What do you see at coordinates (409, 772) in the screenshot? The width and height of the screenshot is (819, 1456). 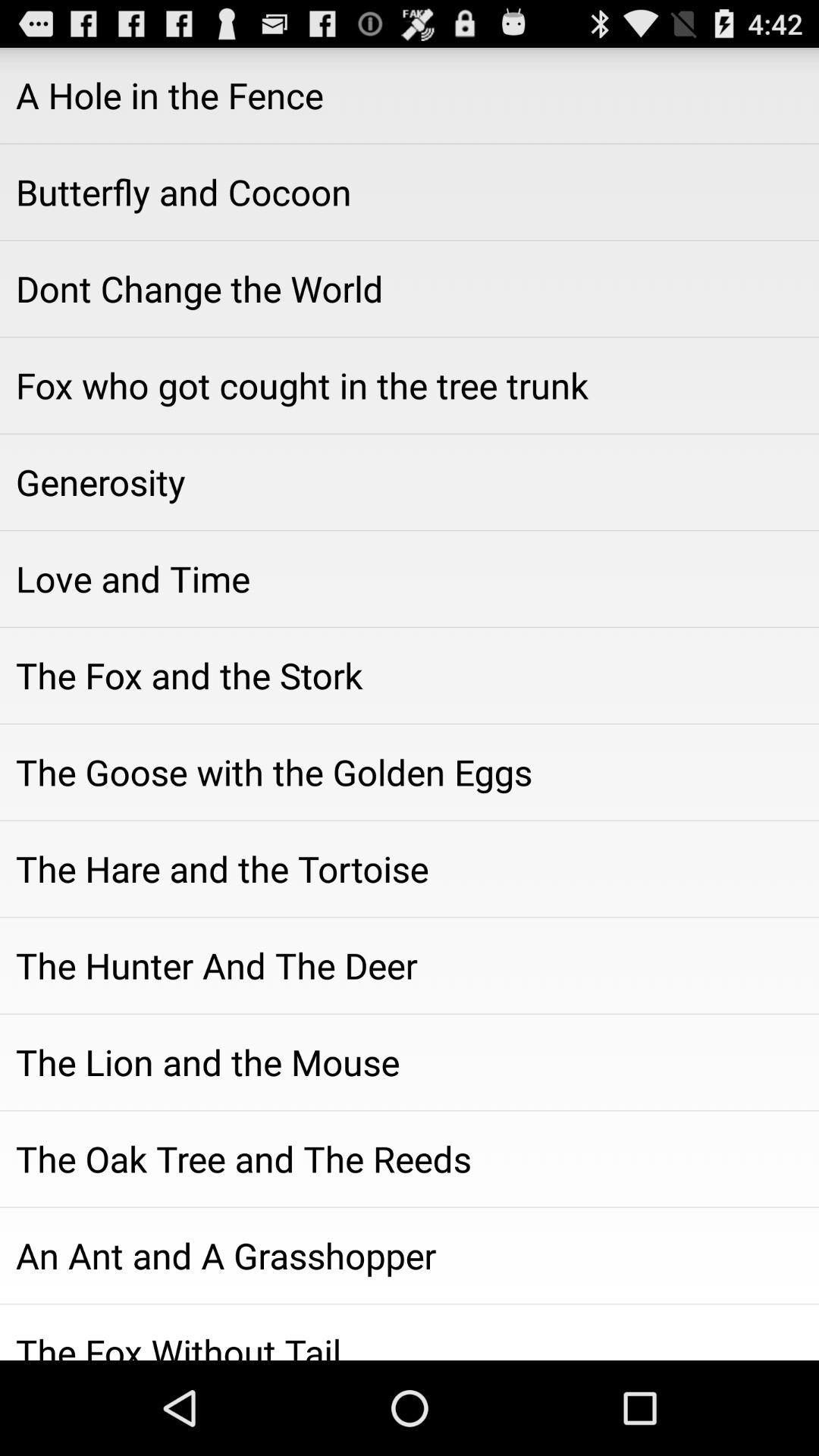 I see `the goose with icon` at bounding box center [409, 772].